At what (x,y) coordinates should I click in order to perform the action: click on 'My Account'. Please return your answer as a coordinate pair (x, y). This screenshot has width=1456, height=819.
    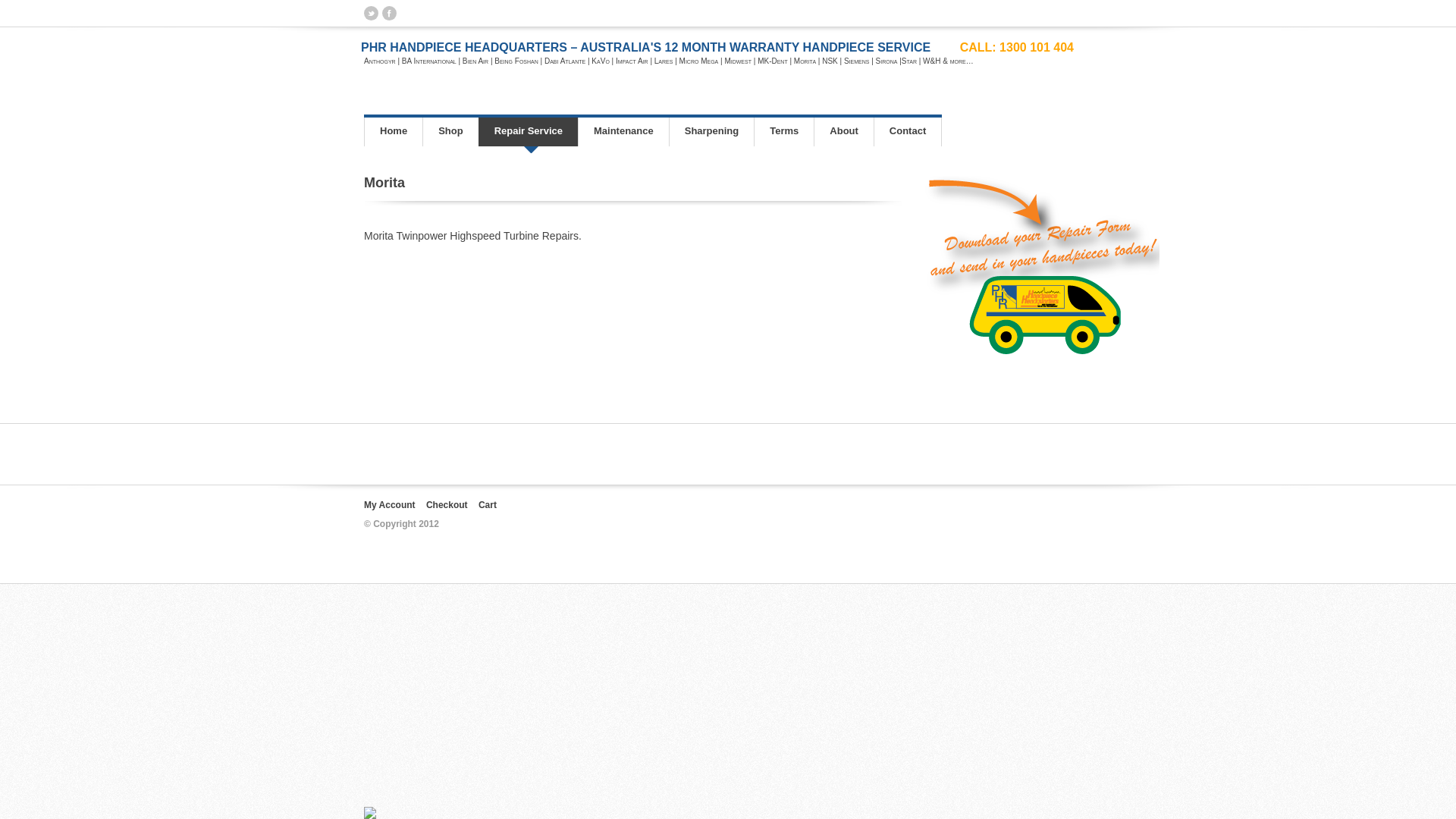
    Looking at the image, I should click on (389, 505).